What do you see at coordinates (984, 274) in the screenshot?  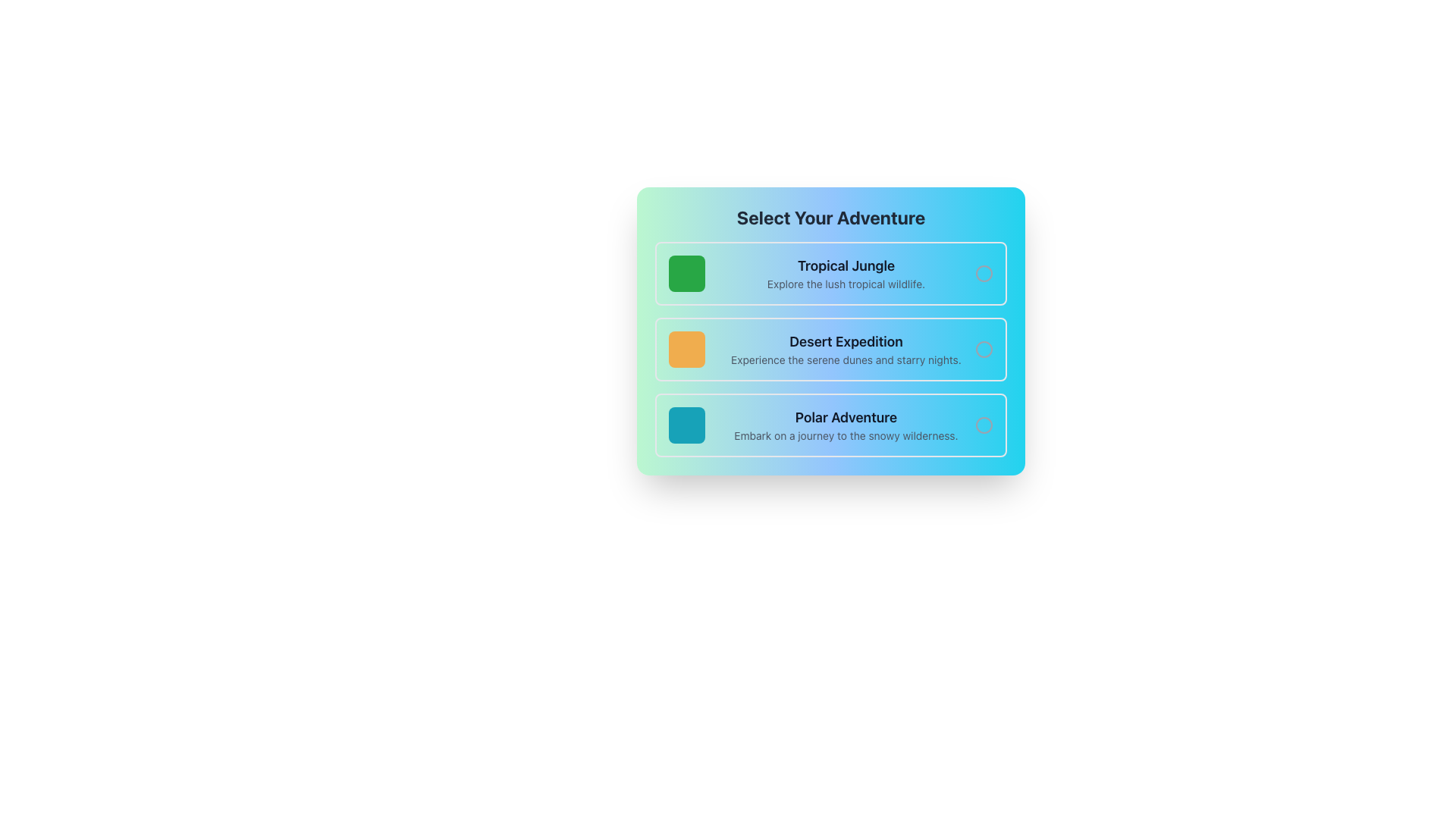 I see `the central circle of the radio button for the first option 'Tropical Jungle'` at bounding box center [984, 274].